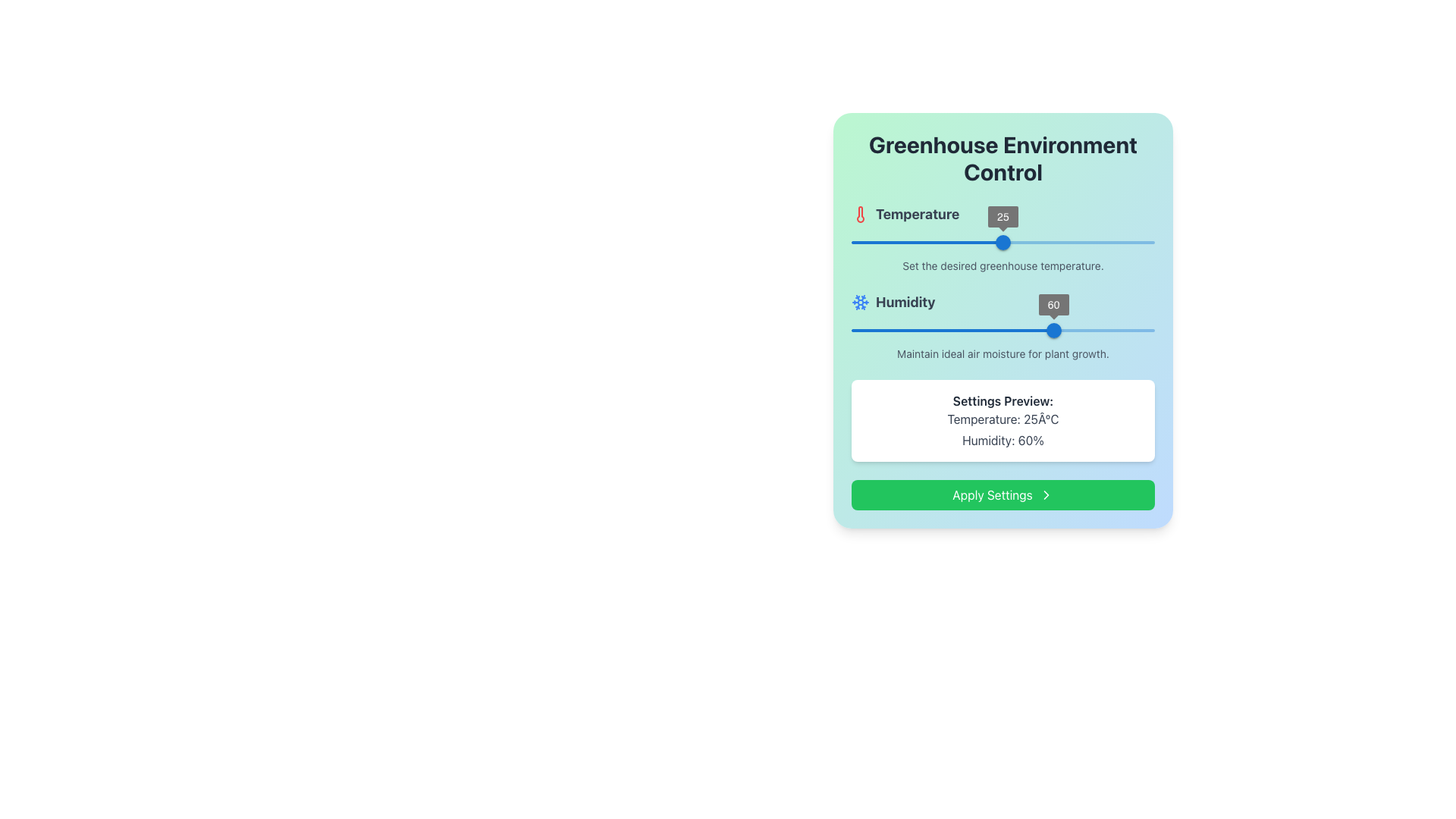 The width and height of the screenshot is (1456, 819). I want to click on the right-facing chevron icon located at the extreme right end of the 'Apply Settings' button to apply the settings, so click(1045, 494).